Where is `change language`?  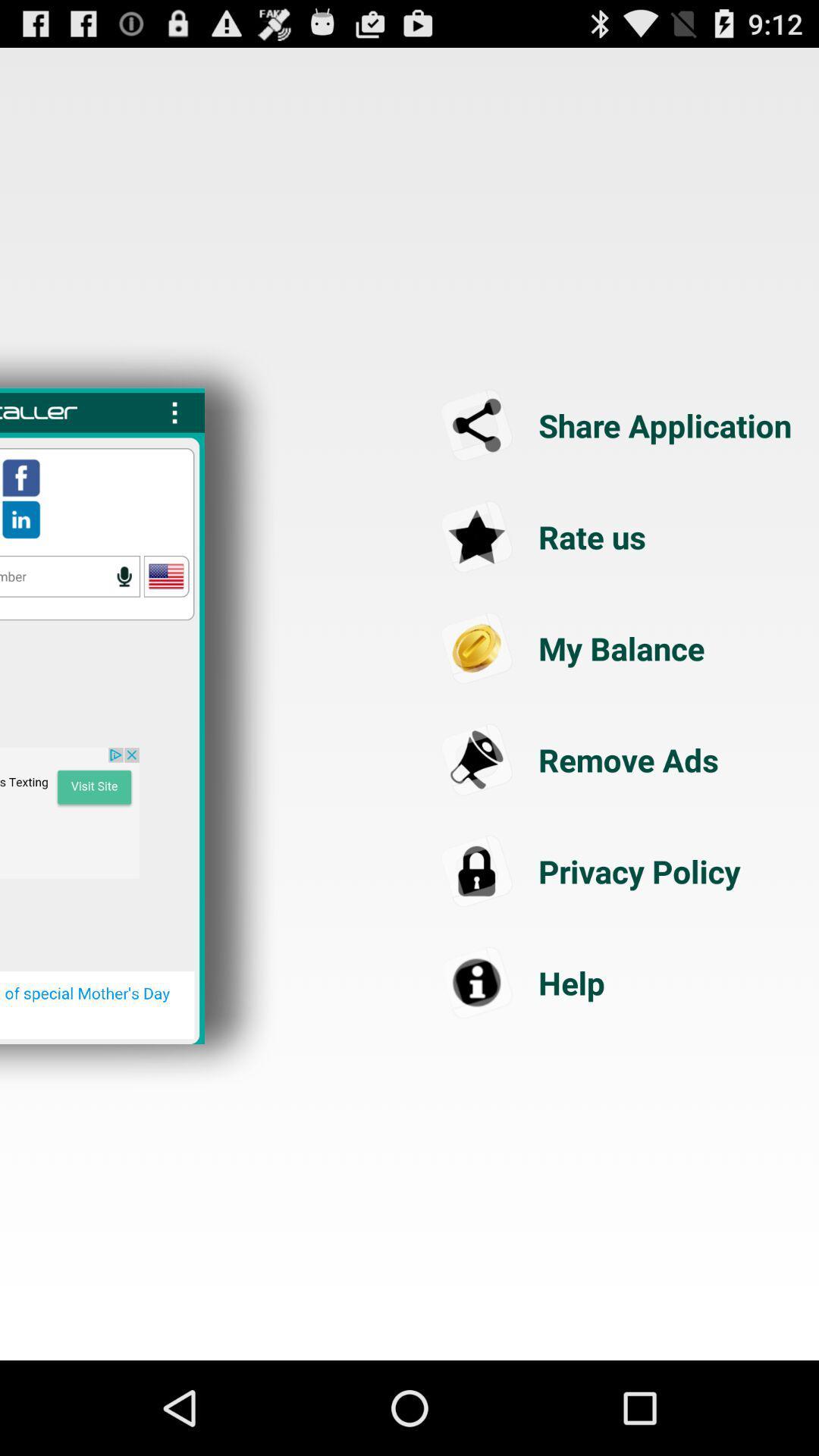 change language is located at coordinates (166, 576).